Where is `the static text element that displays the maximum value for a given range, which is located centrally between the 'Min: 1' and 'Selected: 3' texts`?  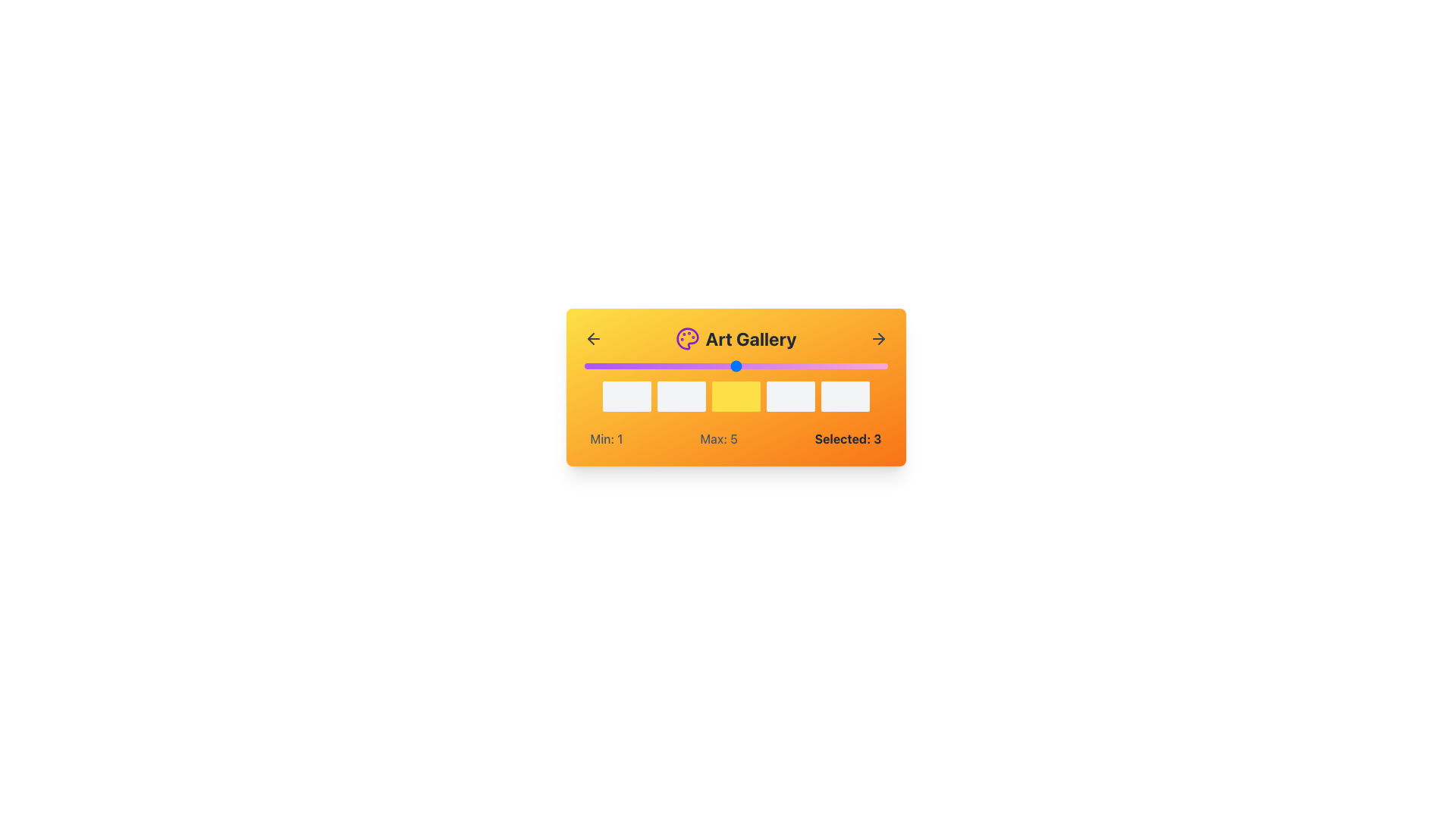 the static text element that displays the maximum value for a given range, which is located centrally between the 'Min: 1' and 'Selected: 3' texts is located at coordinates (718, 438).